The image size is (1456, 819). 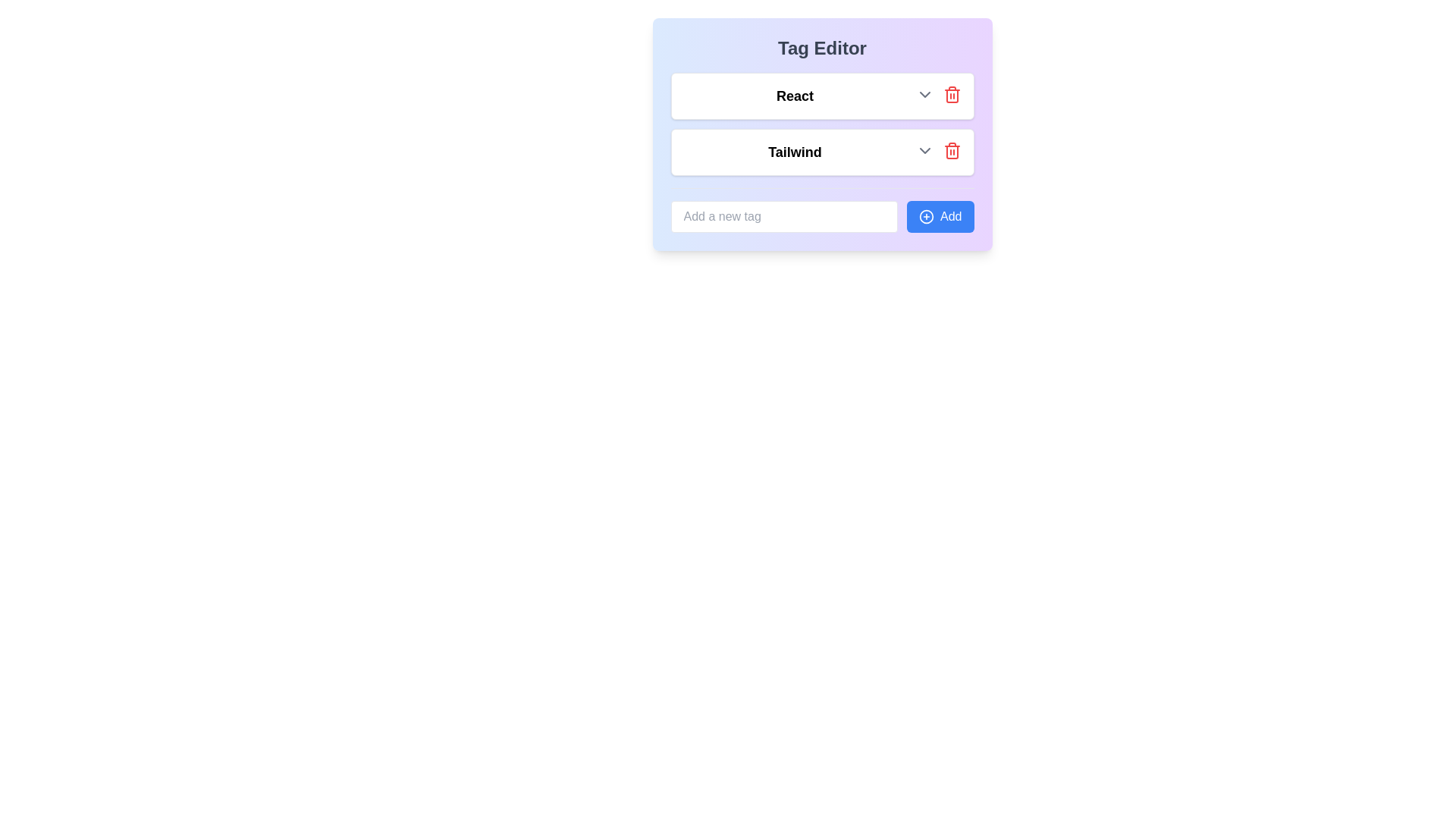 I want to click on the red trash can icon located next to the 'Tailwind' tag label to observe the hover effect, so click(x=951, y=151).